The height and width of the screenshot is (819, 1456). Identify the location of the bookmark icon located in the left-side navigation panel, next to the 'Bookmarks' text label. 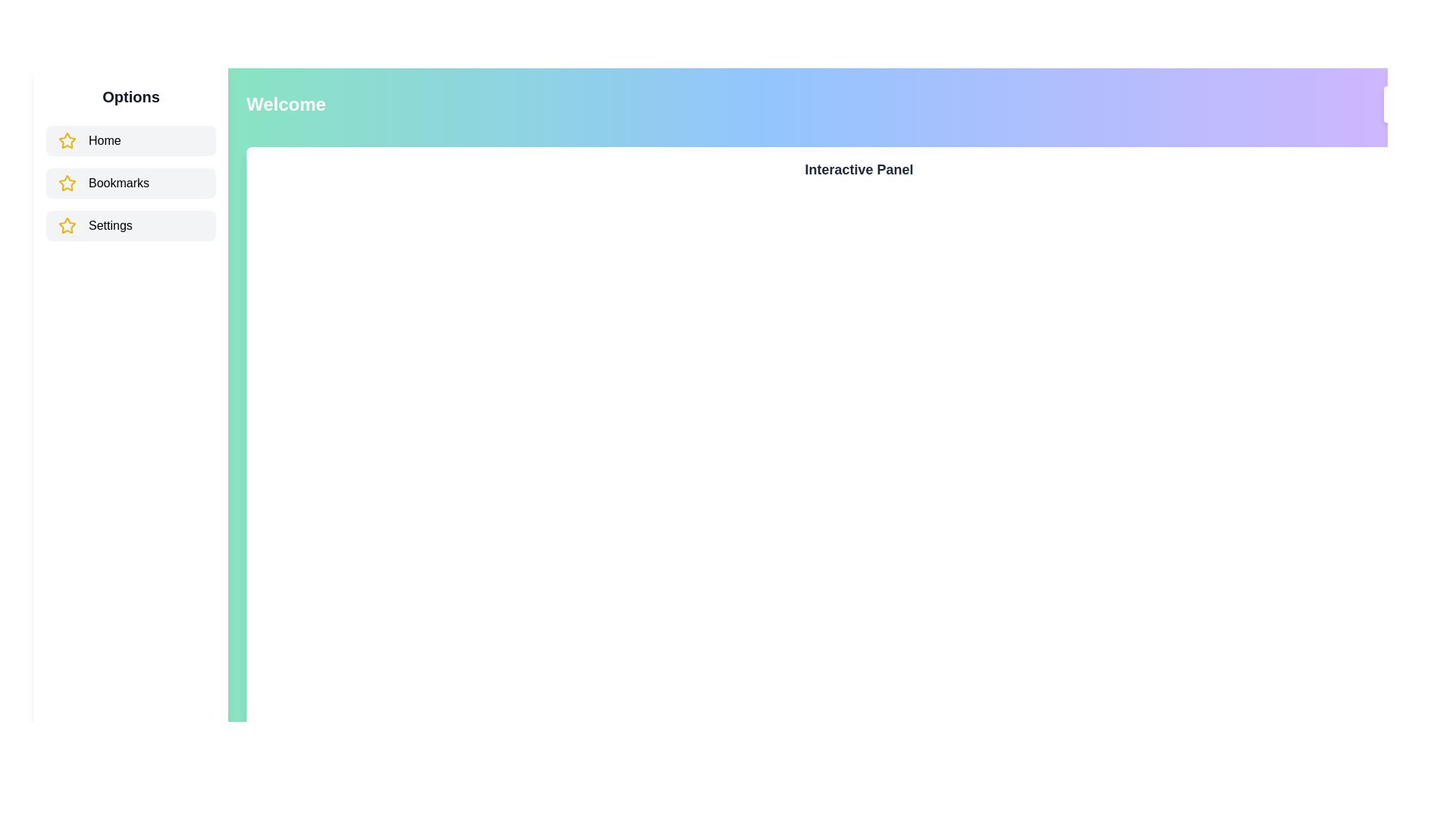
(67, 183).